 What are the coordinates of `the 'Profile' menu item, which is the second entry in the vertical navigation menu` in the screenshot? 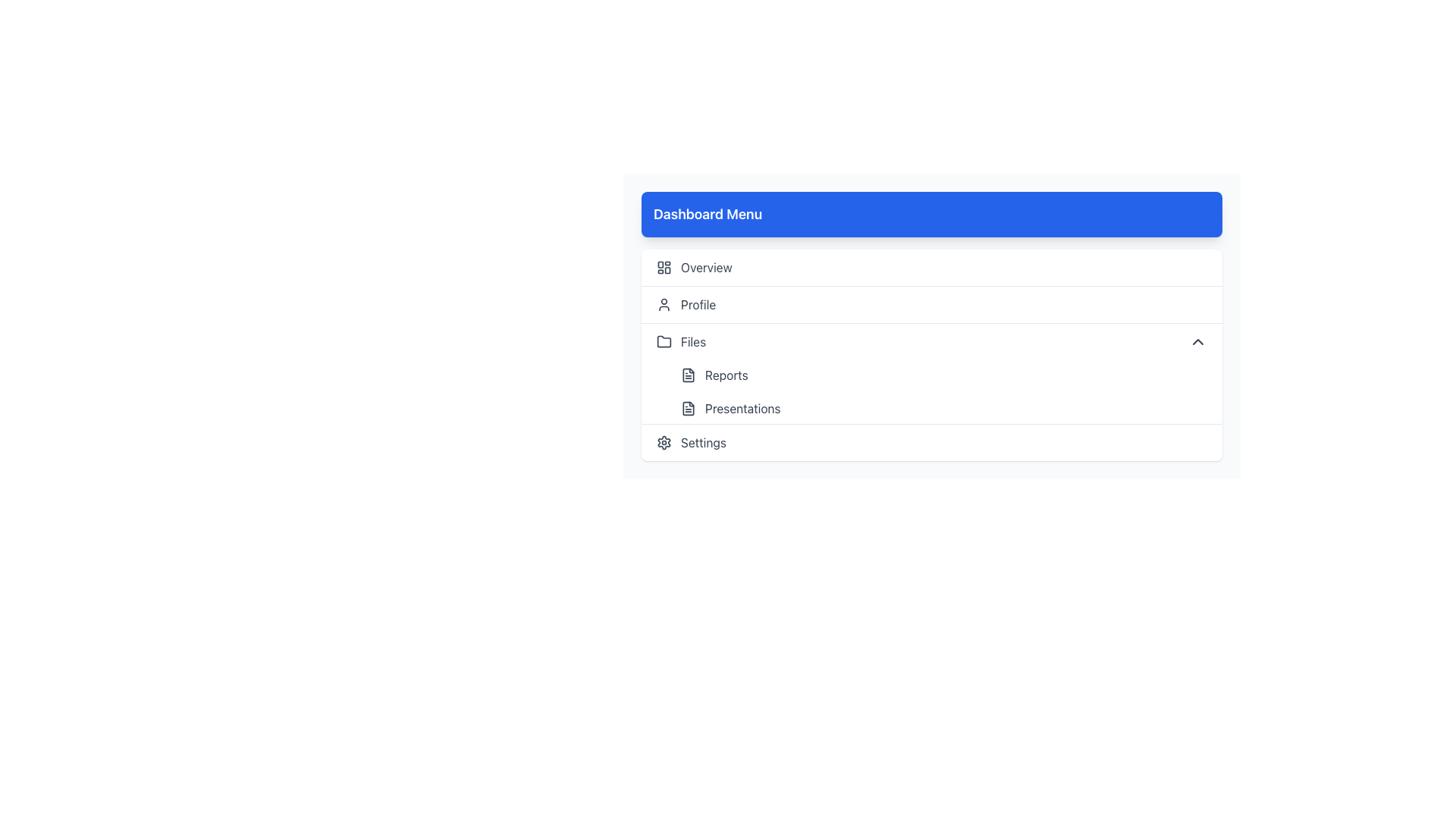 It's located at (930, 304).